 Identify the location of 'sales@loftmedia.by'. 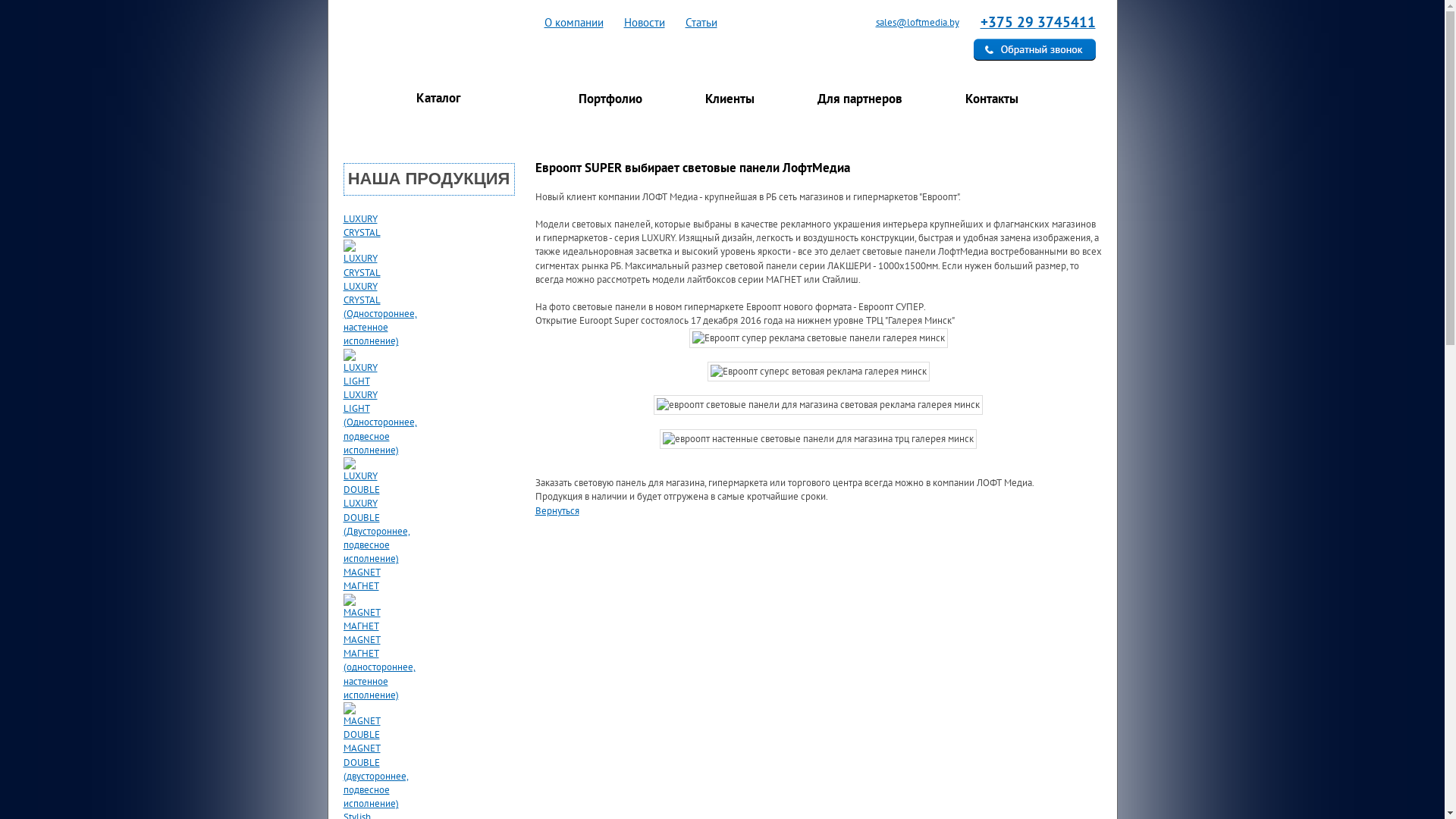
(908, 22).